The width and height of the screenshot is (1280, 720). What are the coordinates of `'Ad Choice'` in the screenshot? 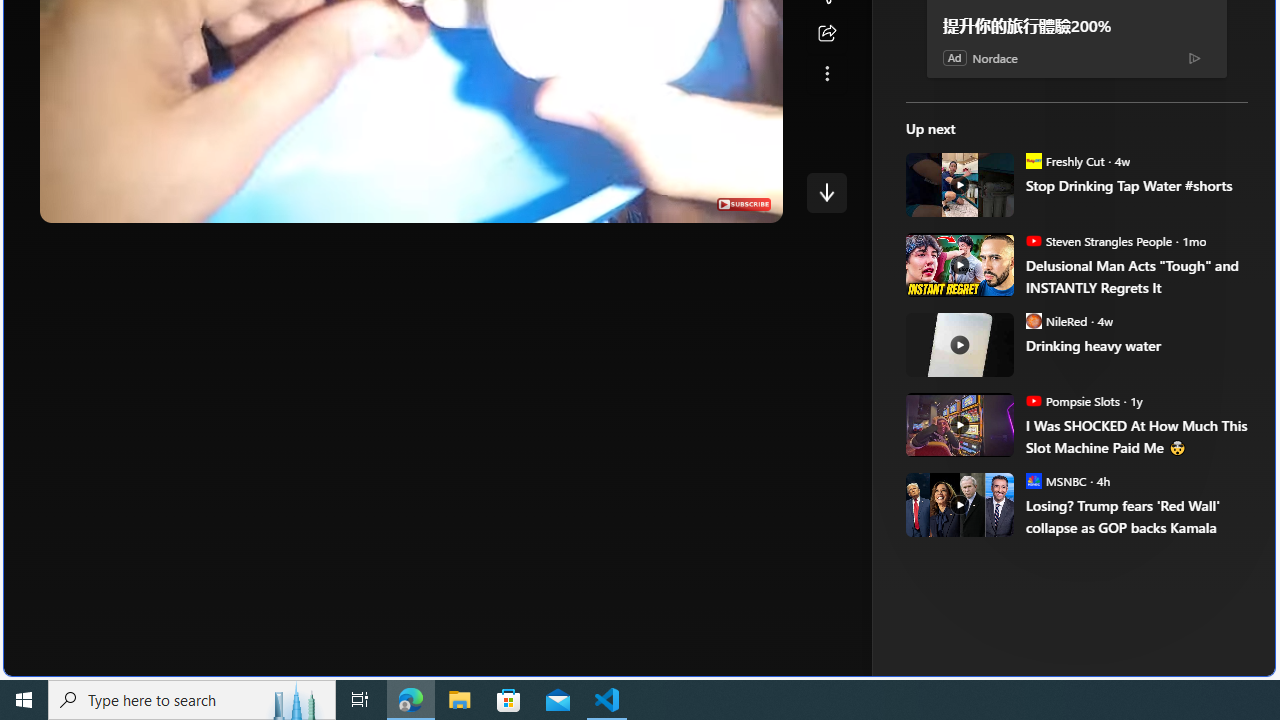 It's located at (1194, 56).